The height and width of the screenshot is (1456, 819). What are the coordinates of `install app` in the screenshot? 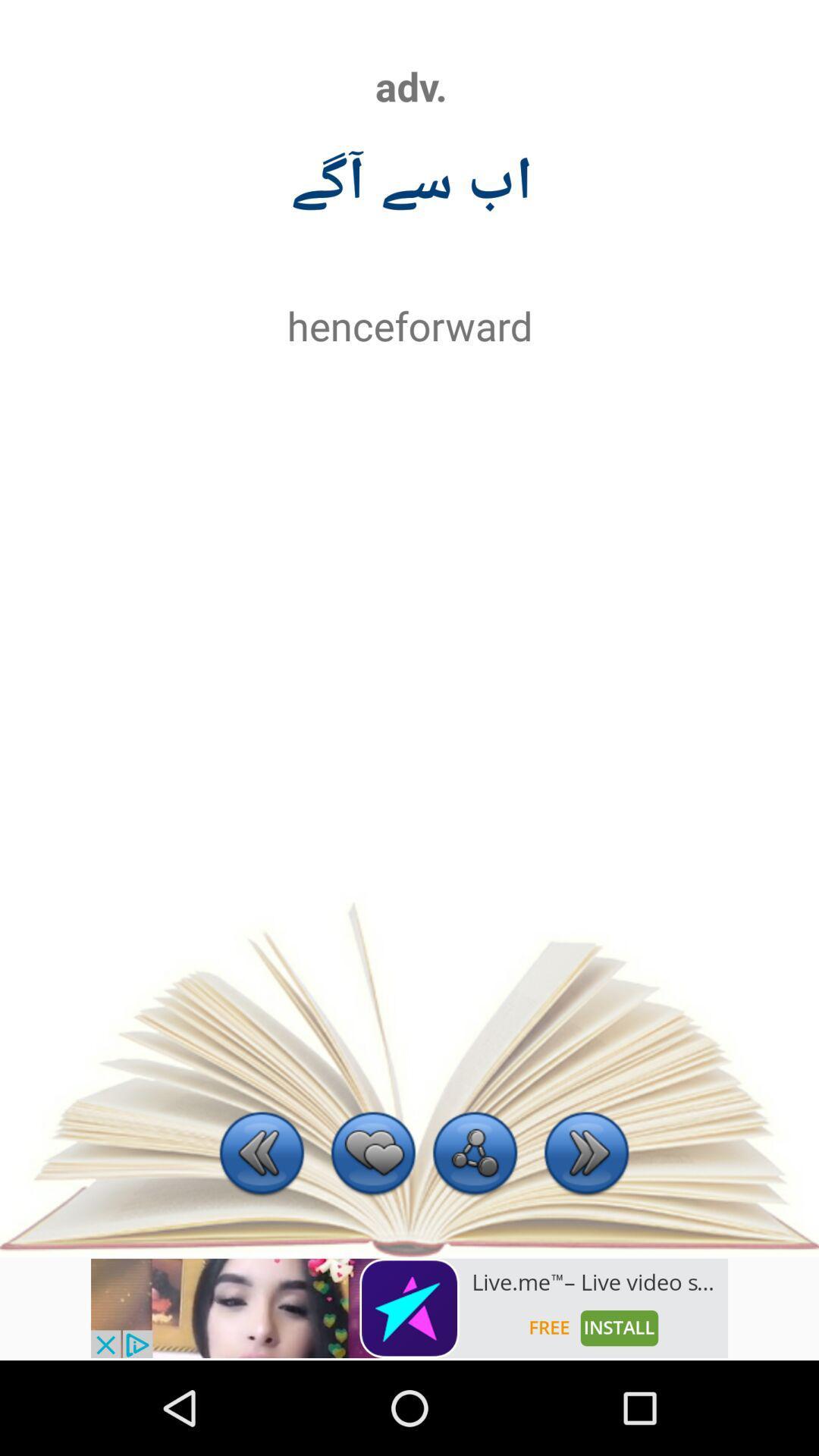 It's located at (409, 1307).